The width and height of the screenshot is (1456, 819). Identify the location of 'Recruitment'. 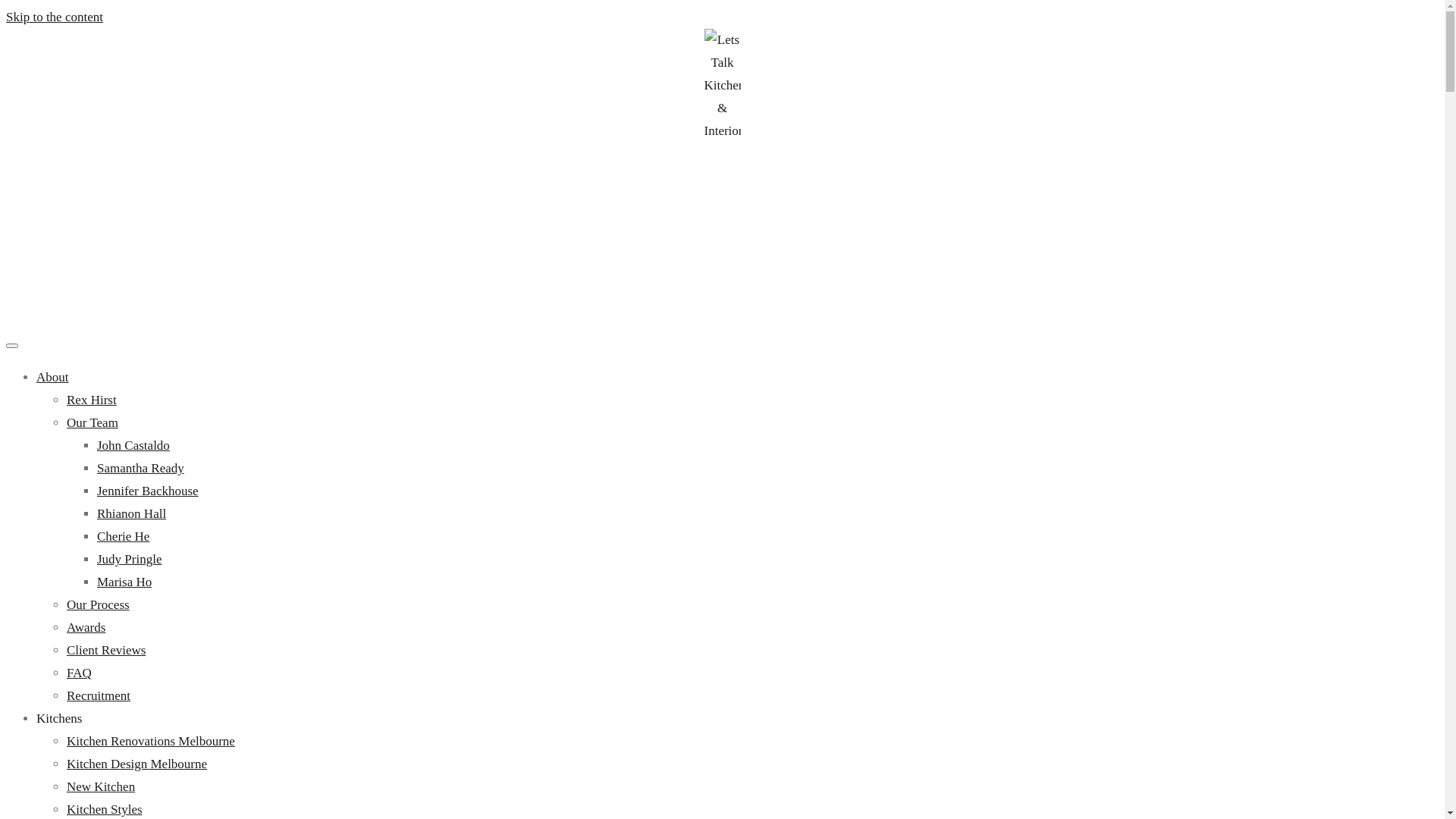
(97, 695).